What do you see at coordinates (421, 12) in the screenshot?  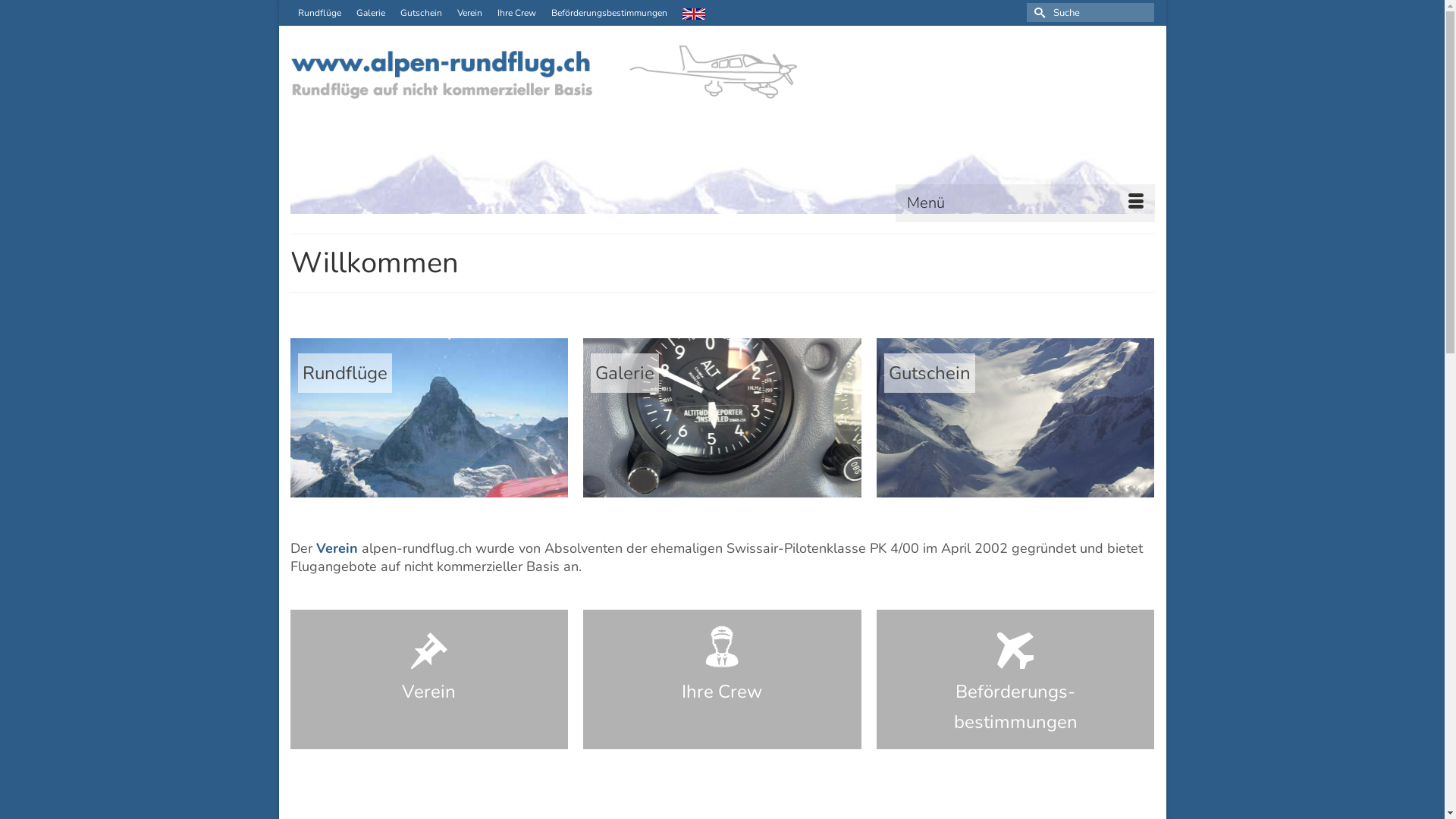 I see `'Gutschein'` at bounding box center [421, 12].